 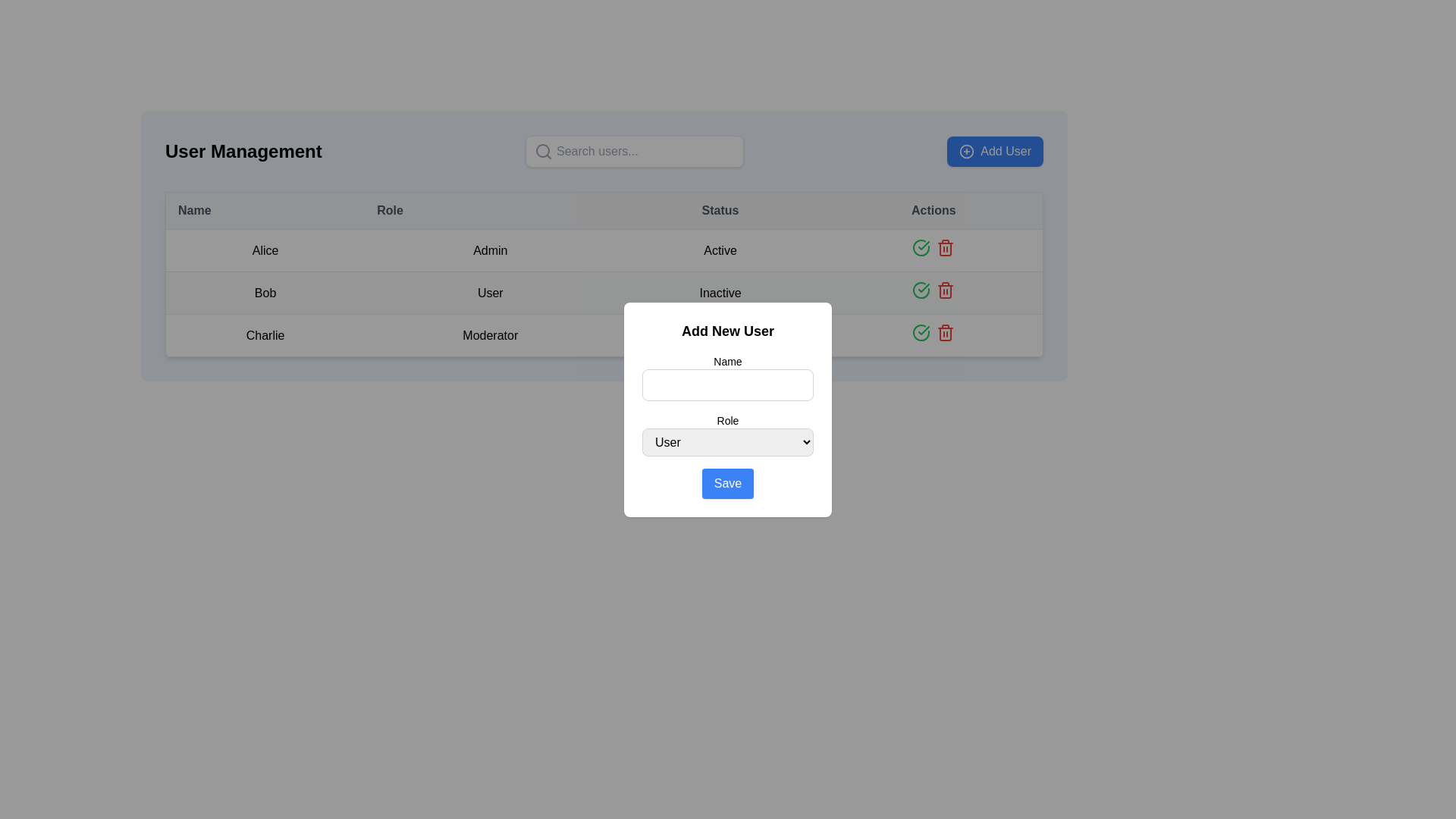 I want to click on the third row in the table that displays details for user 'Charlie', who is a 'Moderator' and marked as 'Active', so click(x=603, y=334).